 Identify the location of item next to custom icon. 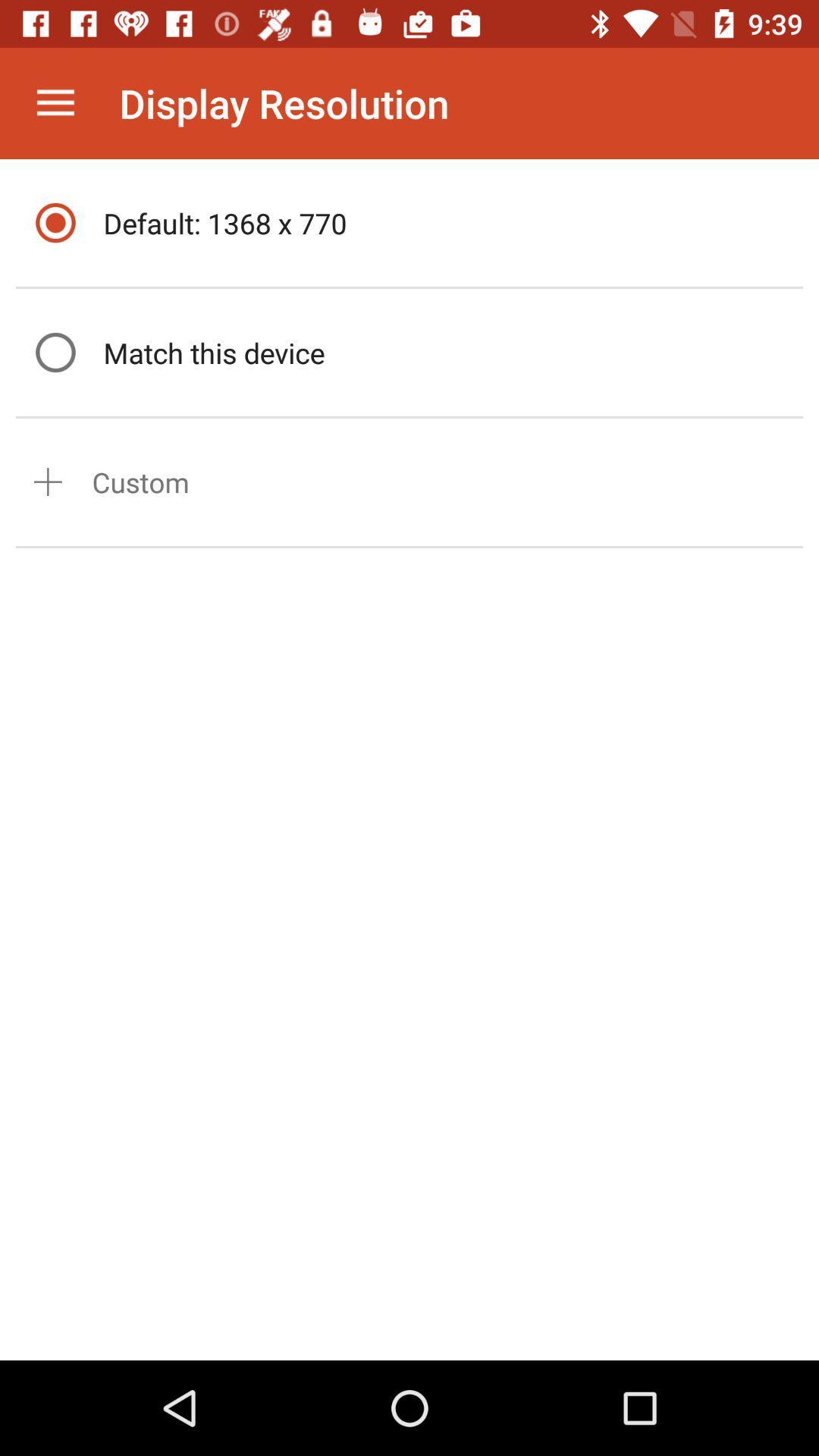
(47, 481).